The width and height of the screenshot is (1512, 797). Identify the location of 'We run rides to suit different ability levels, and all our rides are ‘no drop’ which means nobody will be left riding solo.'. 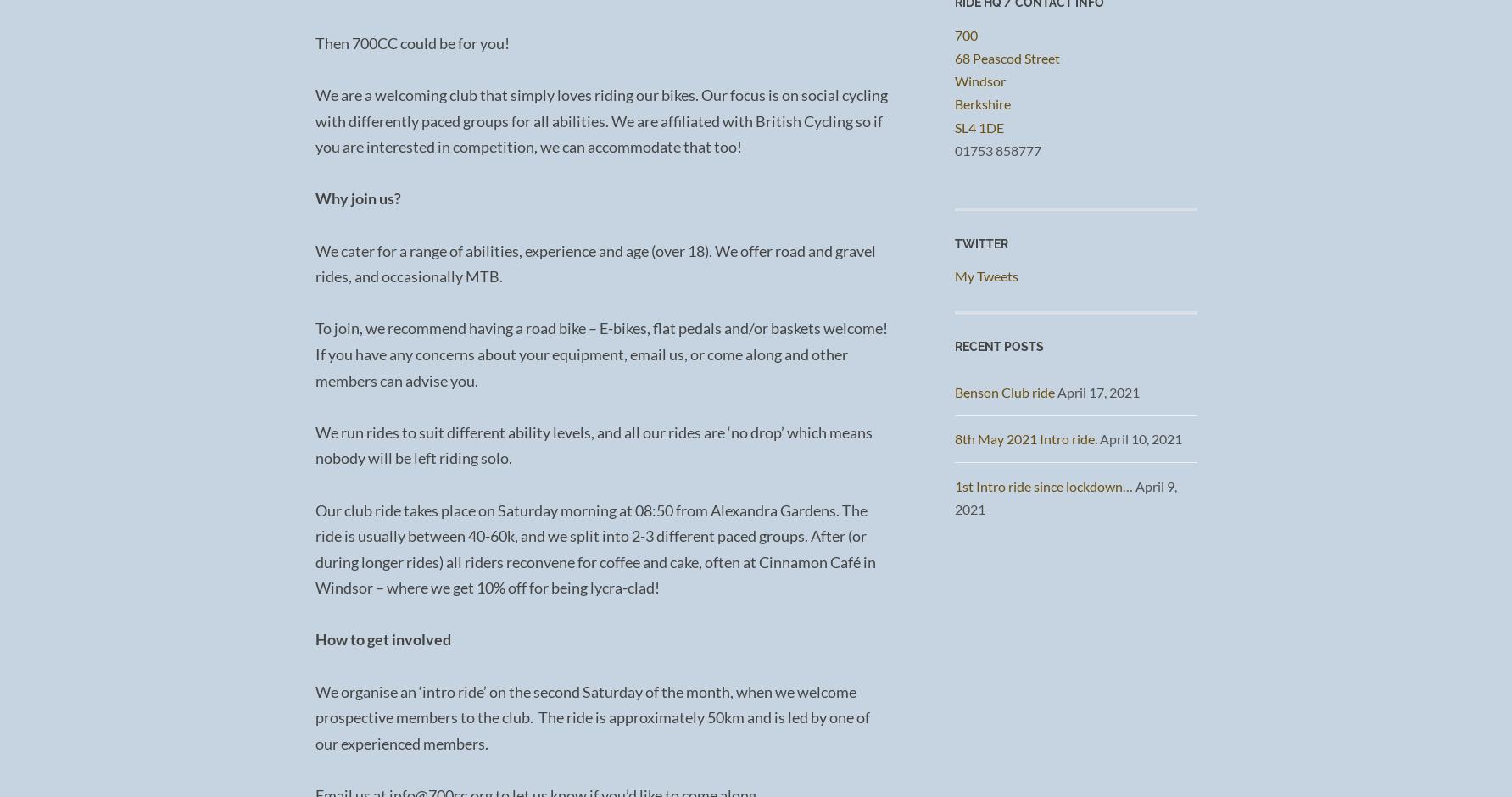
(314, 443).